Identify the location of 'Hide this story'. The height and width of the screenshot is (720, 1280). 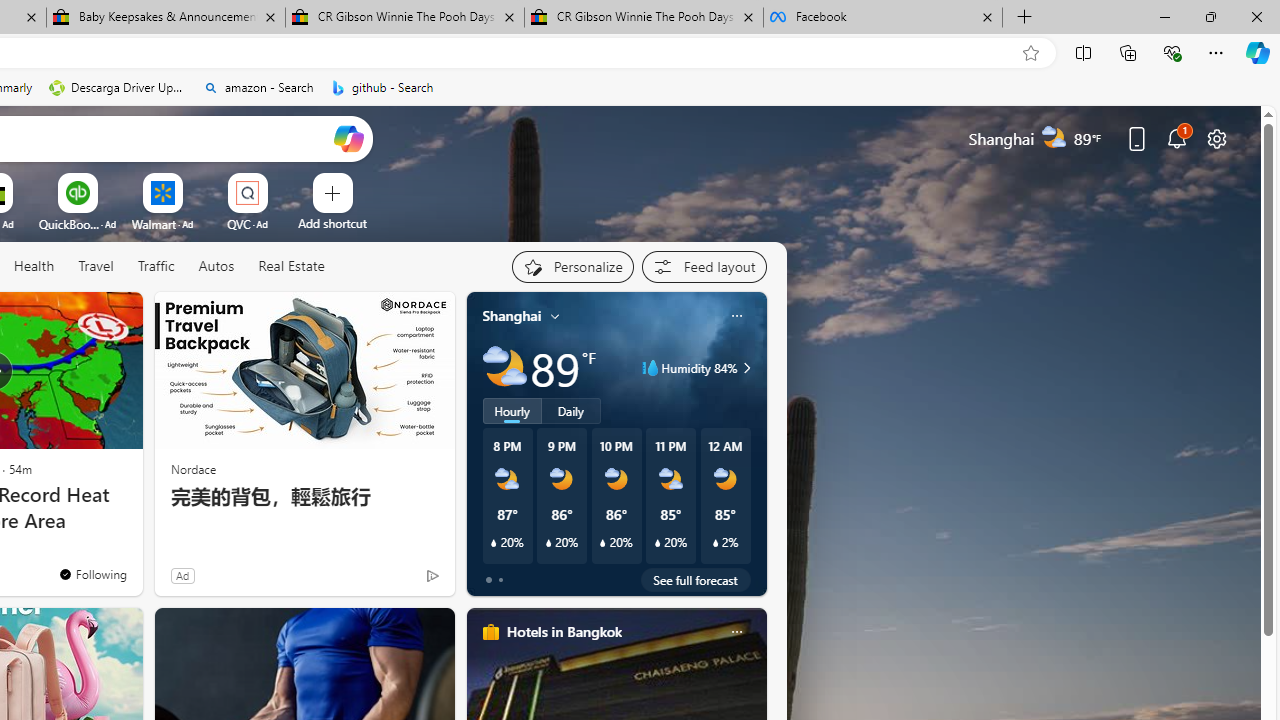
(81, 315).